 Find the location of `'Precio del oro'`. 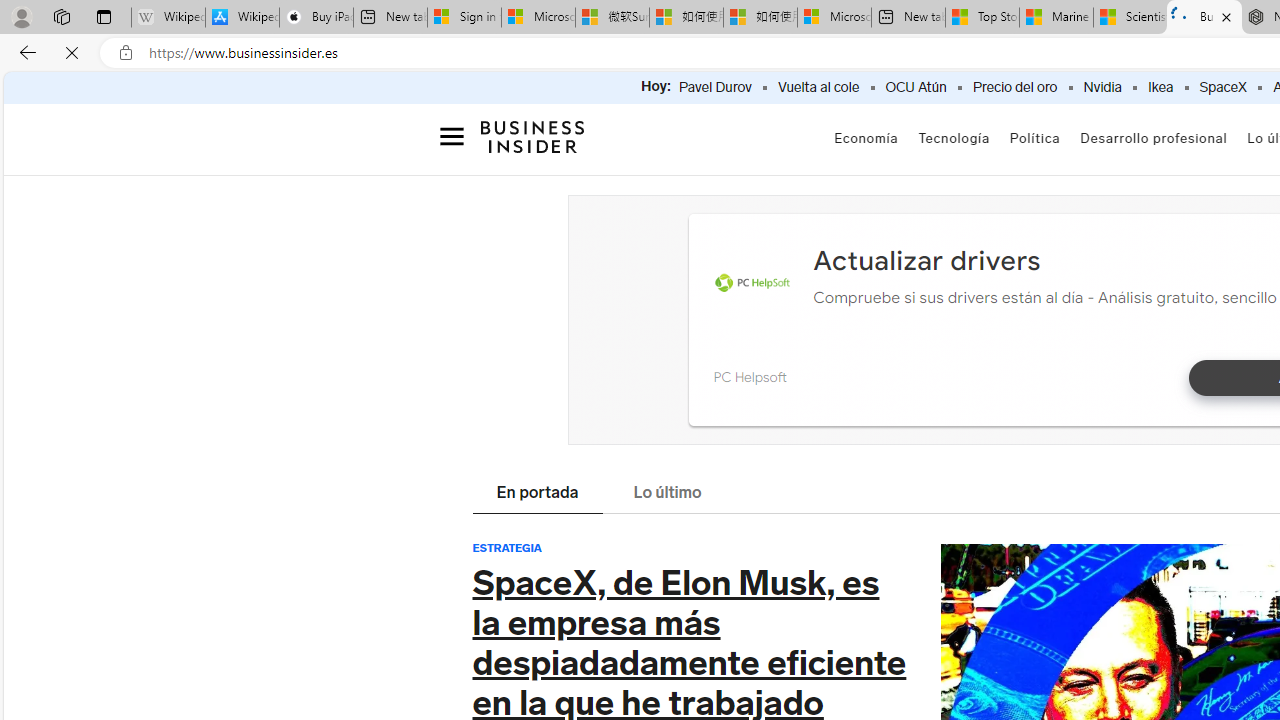

'Precio del oro' is located at coordinates (1015, 87).